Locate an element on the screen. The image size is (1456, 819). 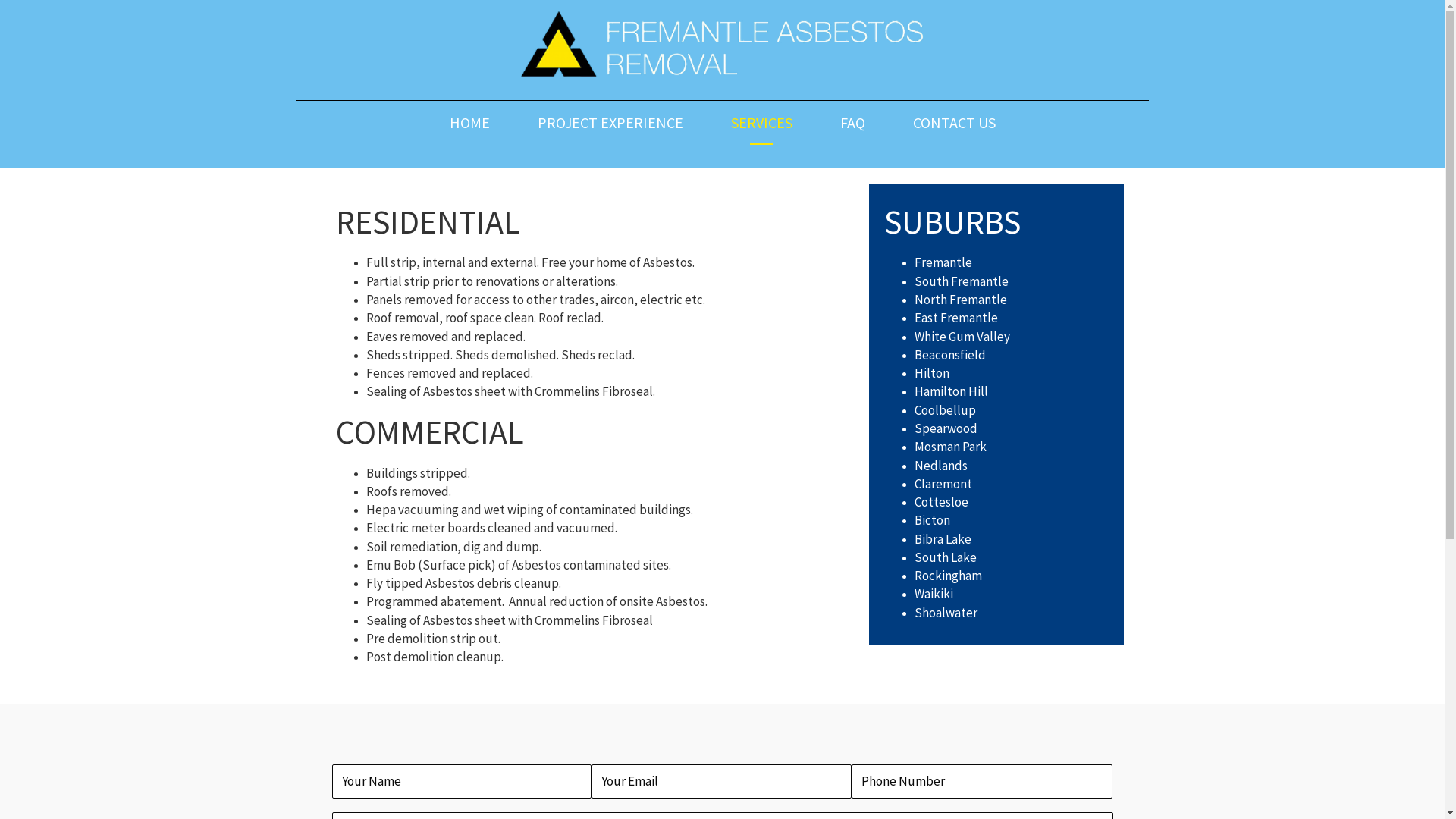
'SERVICES' is located at coordinates (723, 121).